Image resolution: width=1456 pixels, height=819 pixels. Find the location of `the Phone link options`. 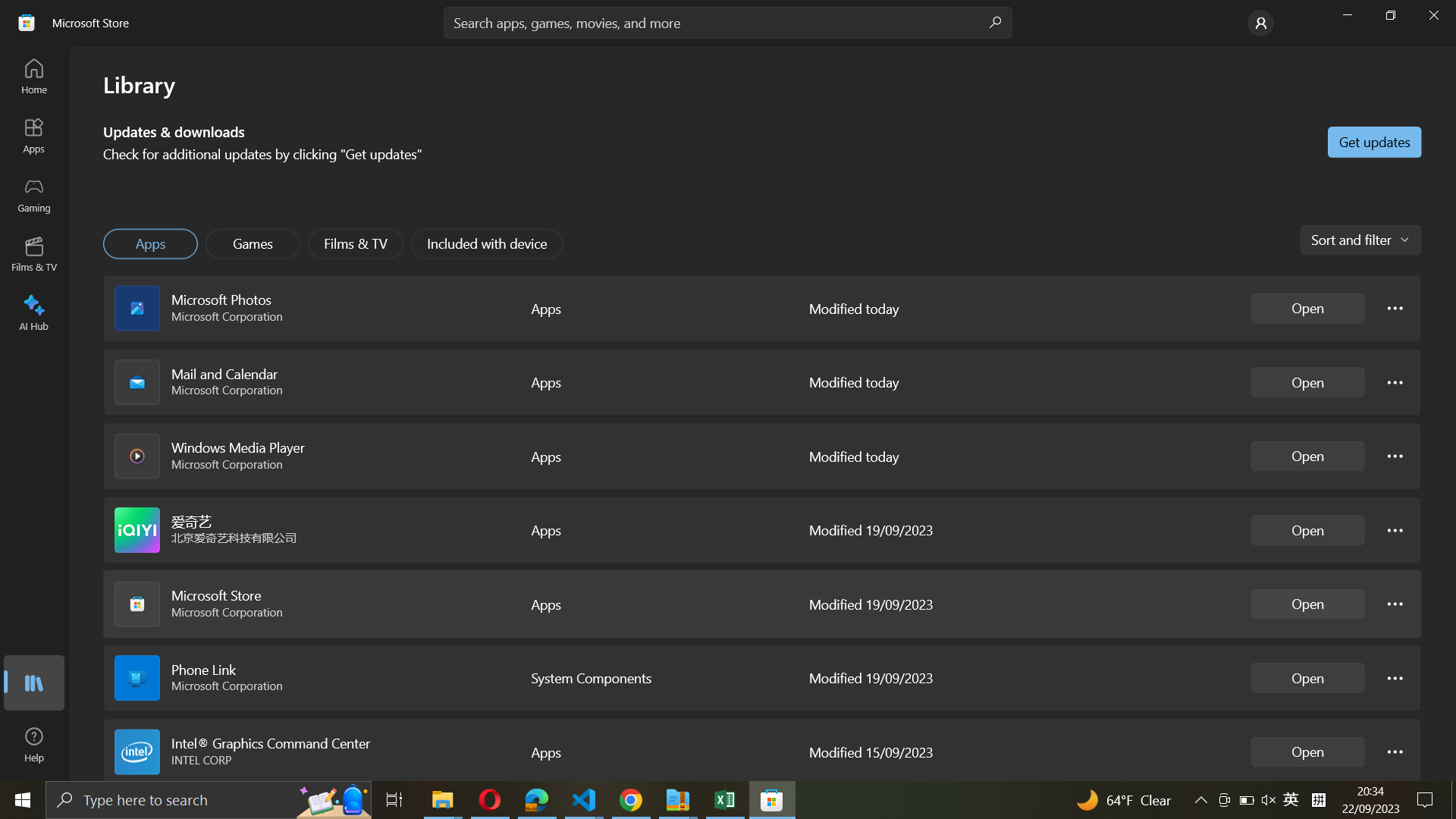

the Phone link options is located at coordinates (1395, 676).